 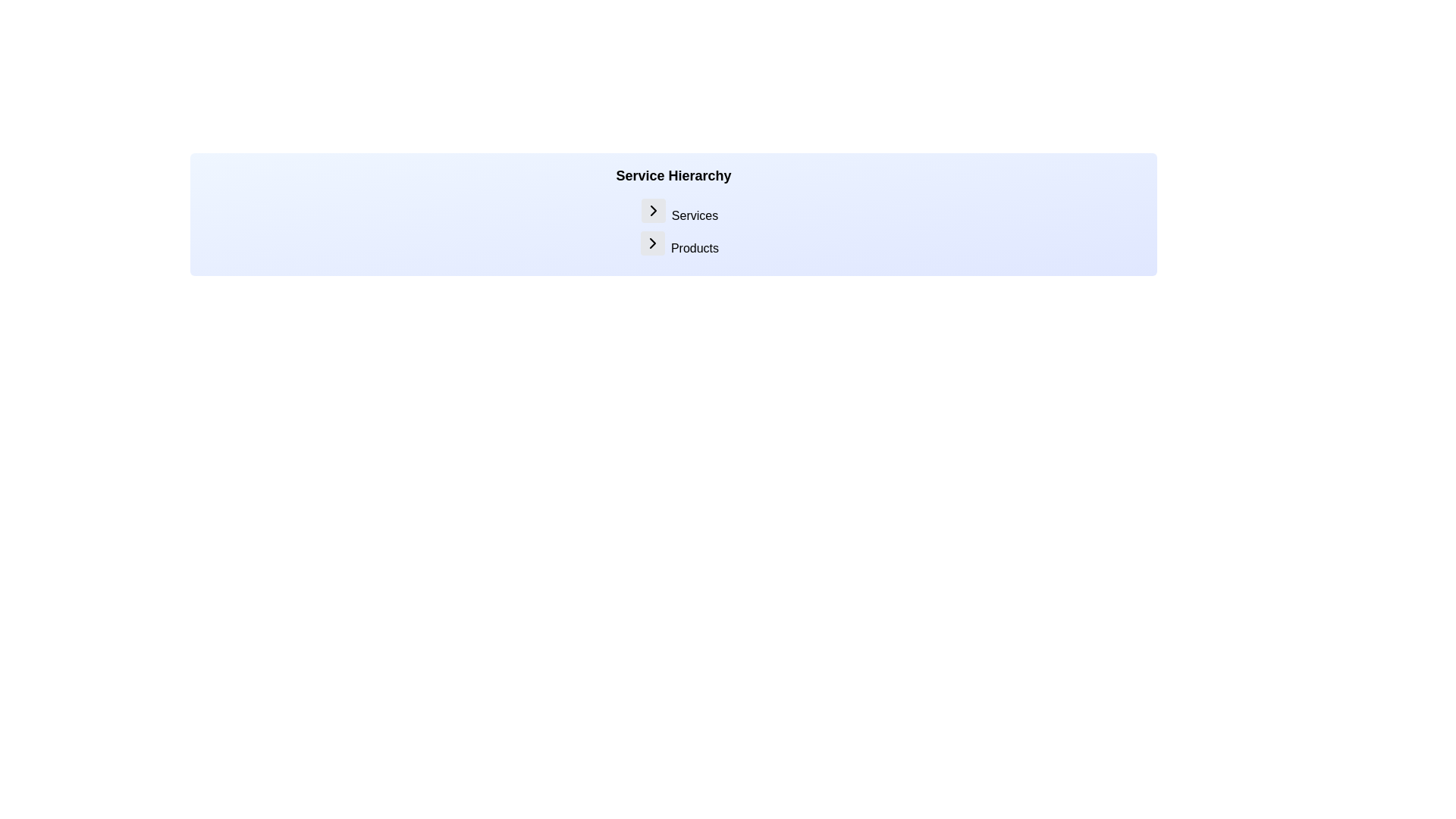 What do you see at coordinates (653, 210) in the screenshot?
I see `the right-facing arrow icon button located to the left of the text 'Services' in the 'Service Hierarchy' section to change its background color` at bounding box center [653, 210].